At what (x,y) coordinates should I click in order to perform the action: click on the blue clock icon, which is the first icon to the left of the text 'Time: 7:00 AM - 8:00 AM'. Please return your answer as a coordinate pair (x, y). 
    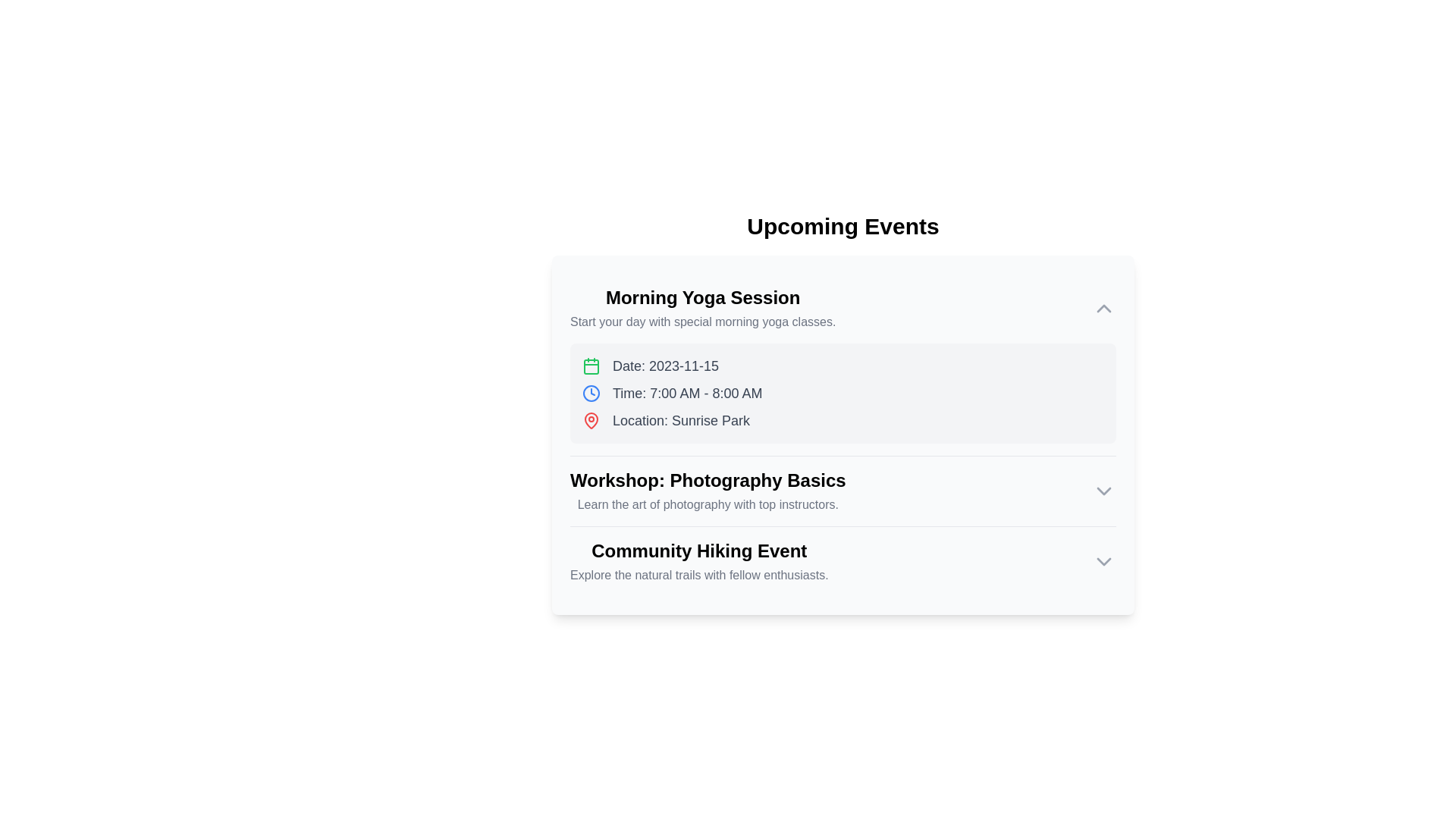
    Looking at the image, I should click on (590, 393).